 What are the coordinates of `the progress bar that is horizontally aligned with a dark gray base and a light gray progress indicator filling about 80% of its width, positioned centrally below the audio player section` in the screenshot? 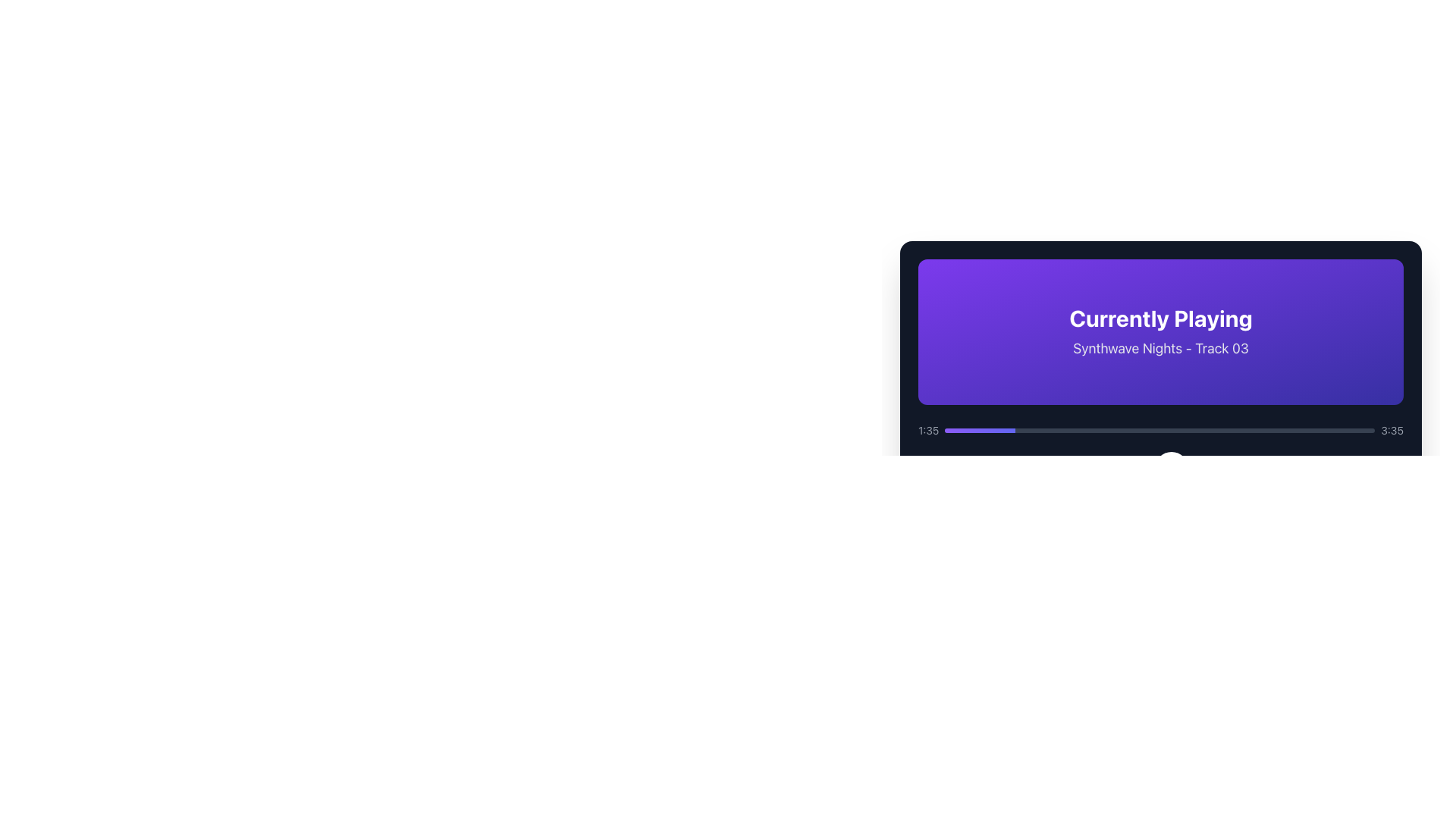 It's located at (975, 467).